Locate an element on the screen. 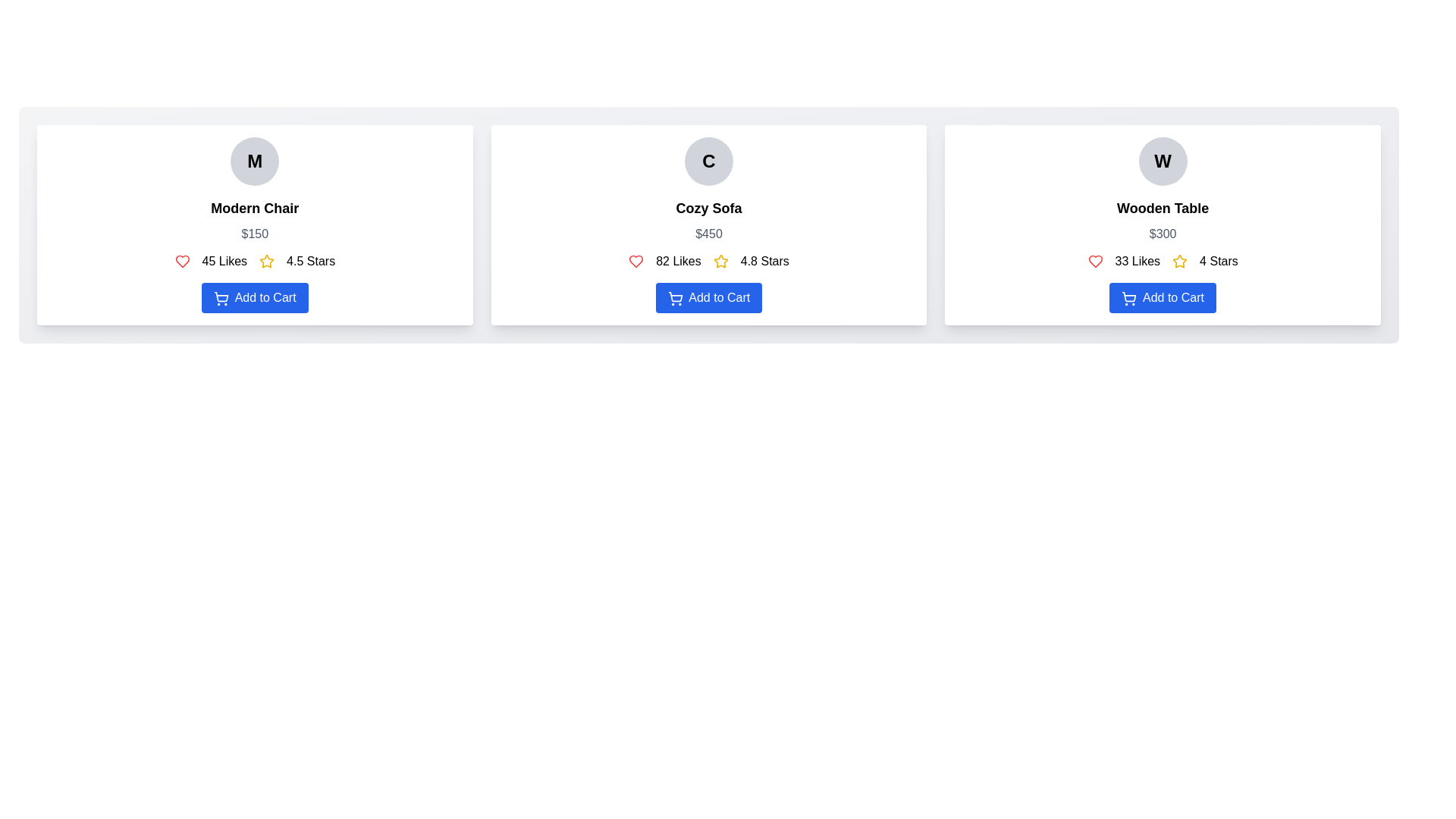 Image resolution: width=1456 pixels, height=819 pixels. the outlined heart icon filled with red color, located to the left of the text '33 Likes' in the likes and ratings section of the 'Wooden Table' card is located at coordinates (1095, 260).